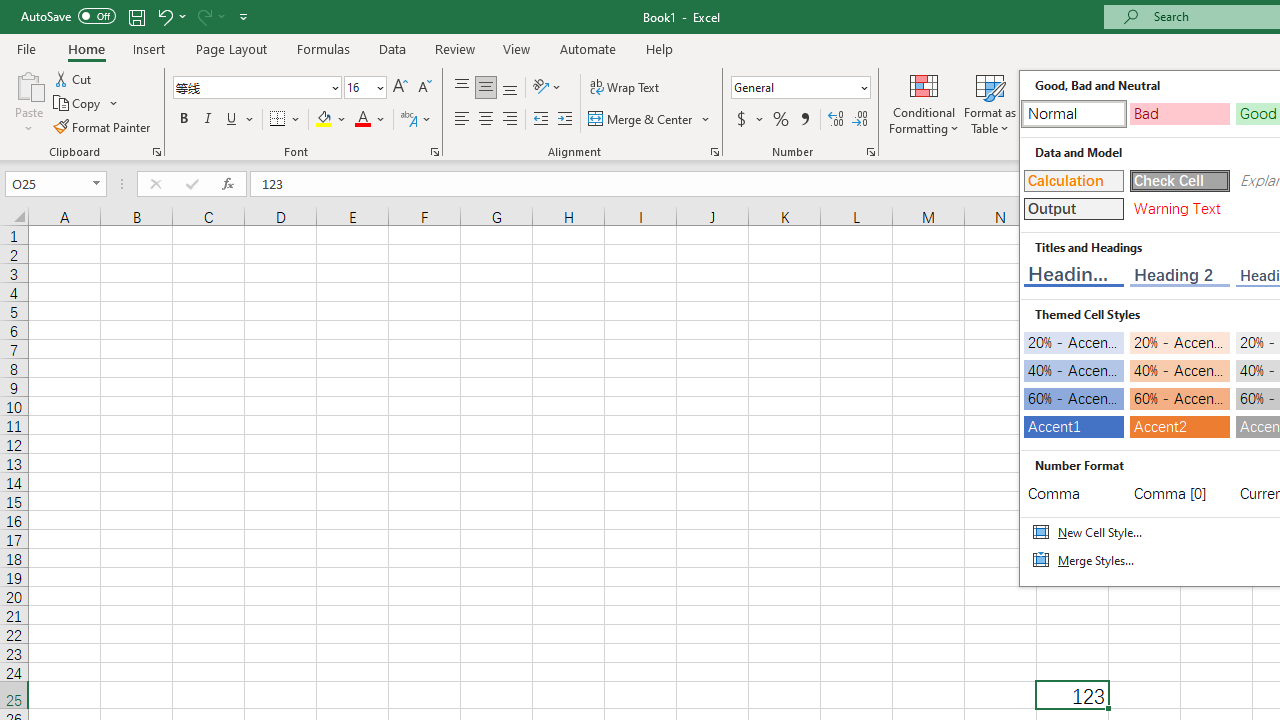 This screenshot has width=1280, height=720. I want to click on 'Font Color RGB(255, 0, 0)', so click(362, 119).